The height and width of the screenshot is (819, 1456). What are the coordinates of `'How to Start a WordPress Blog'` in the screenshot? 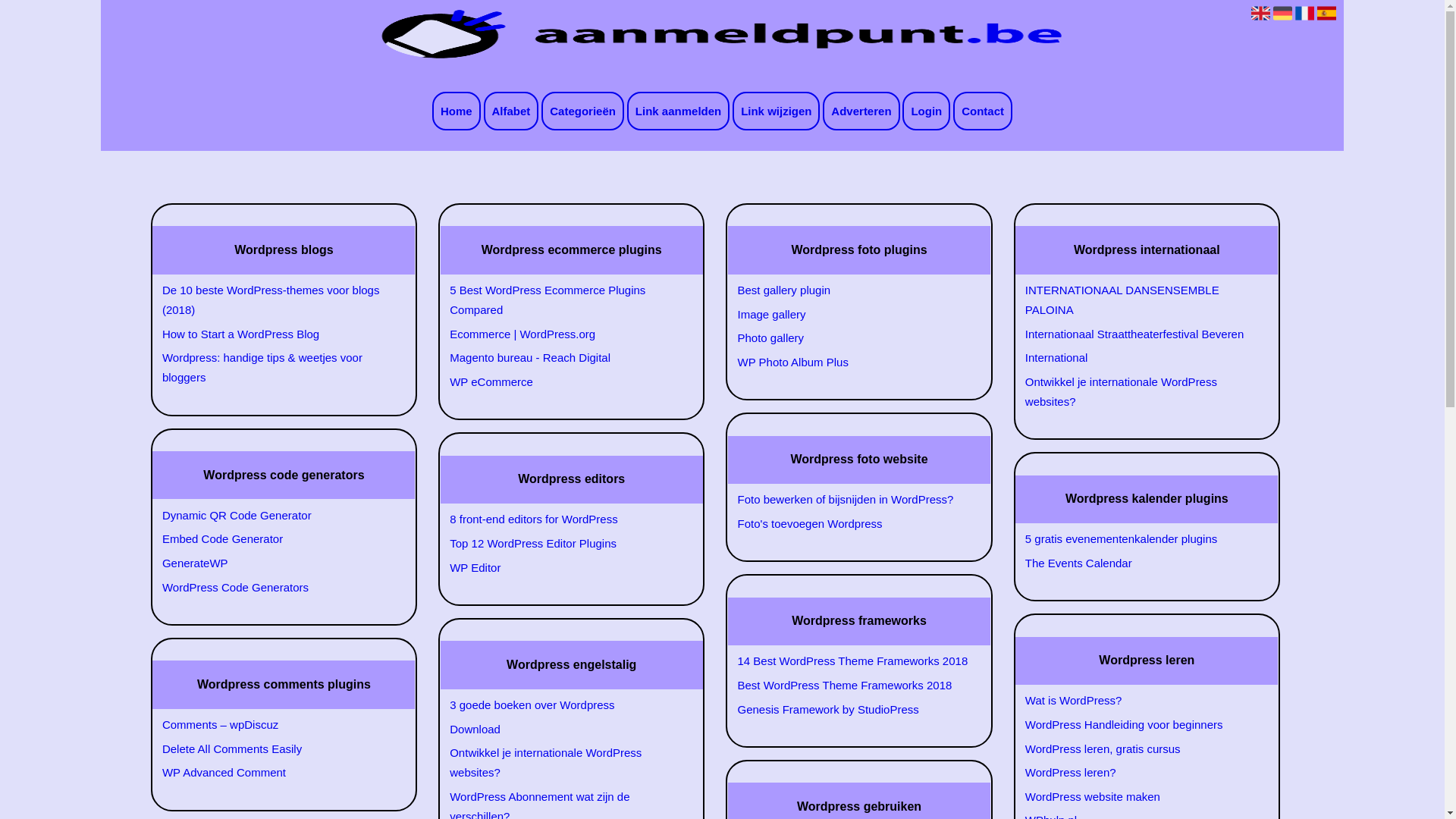 It's located at (154, 333).